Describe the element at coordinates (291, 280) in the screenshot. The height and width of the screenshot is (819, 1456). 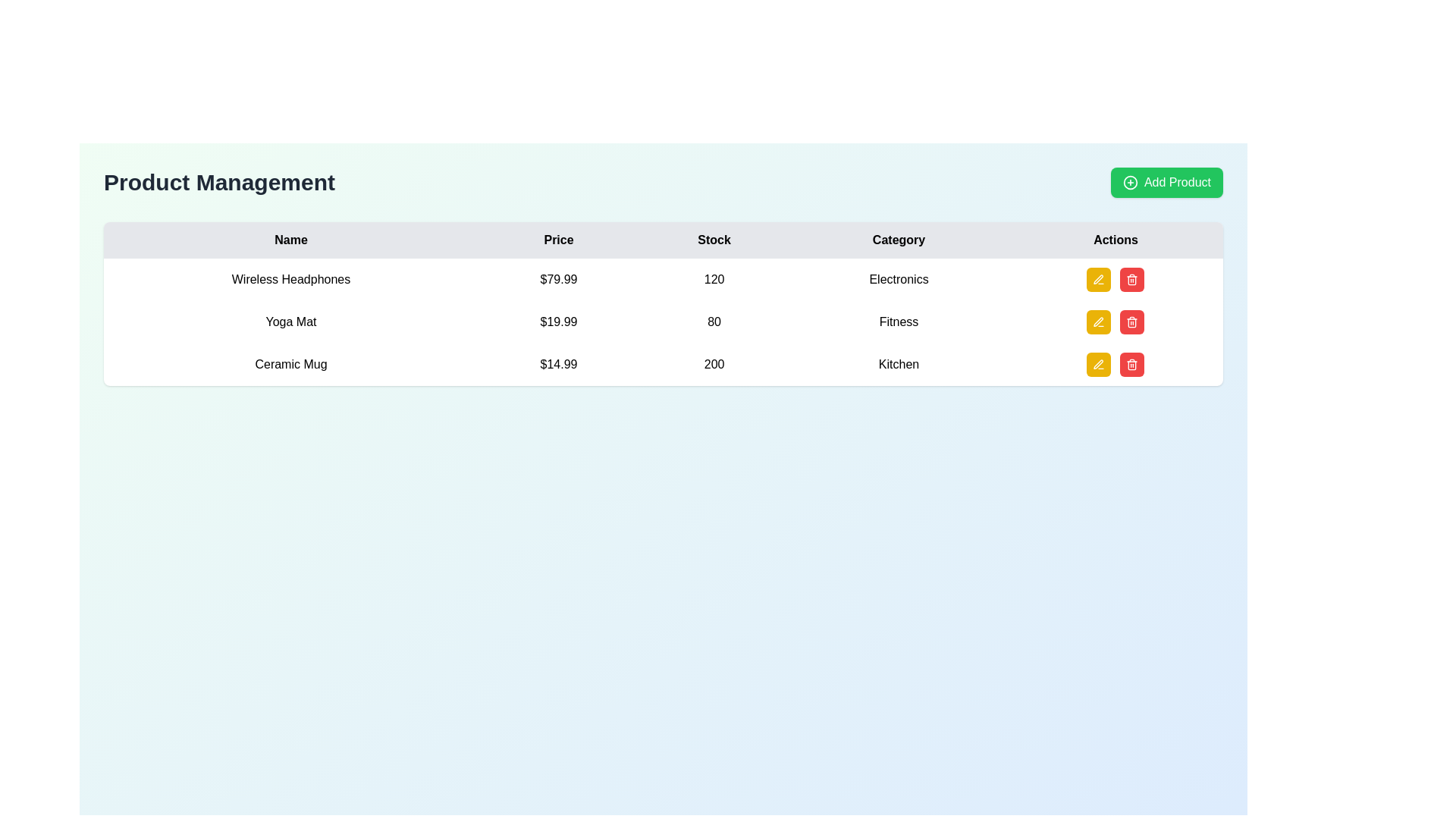
I see `the static text label displaying 'Wireless Headphones' located in the first column of the data table under the 'Name' header` at that location.